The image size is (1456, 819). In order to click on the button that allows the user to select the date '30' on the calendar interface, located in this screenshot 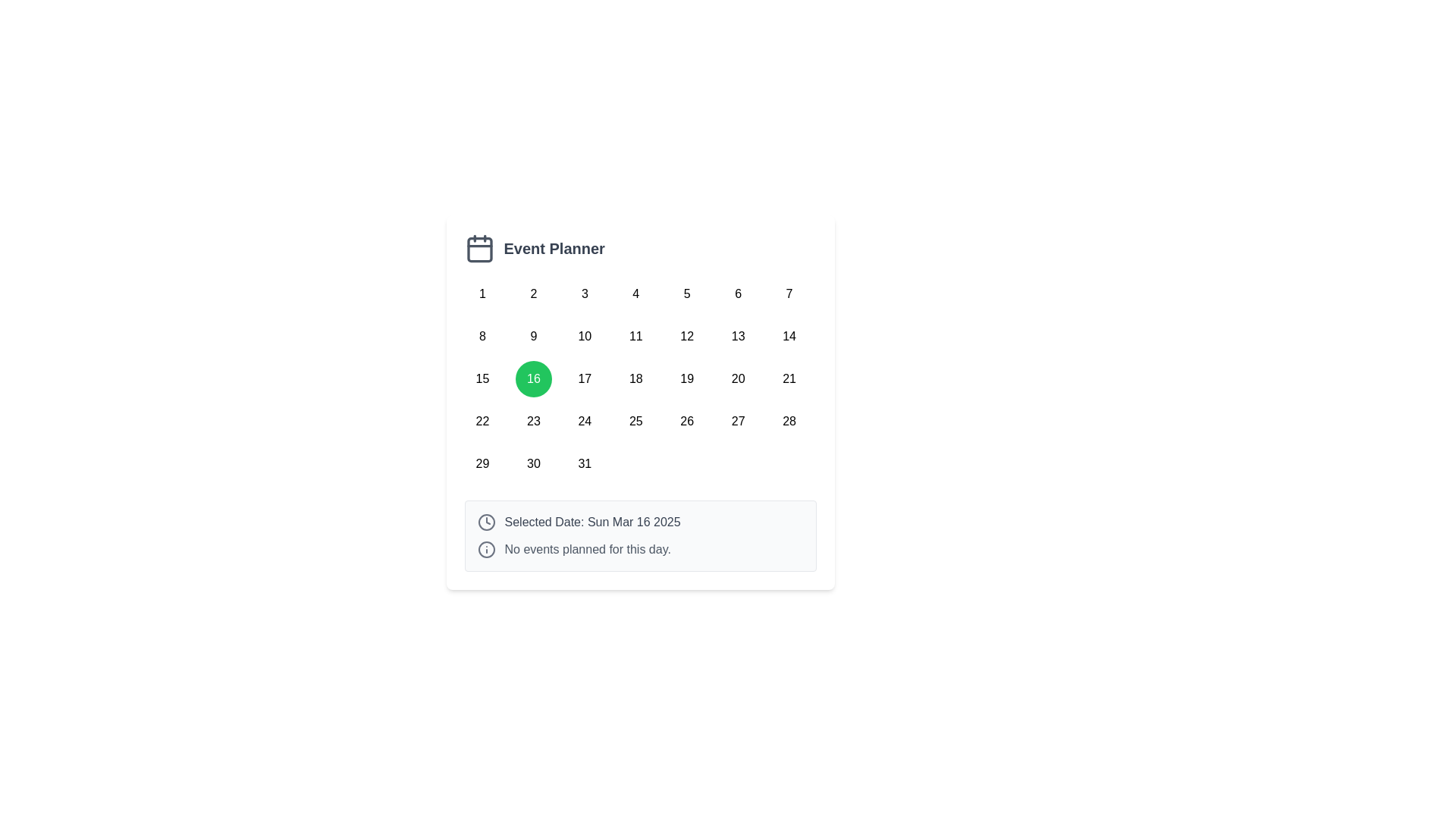, I will do `click(533, 463)`.